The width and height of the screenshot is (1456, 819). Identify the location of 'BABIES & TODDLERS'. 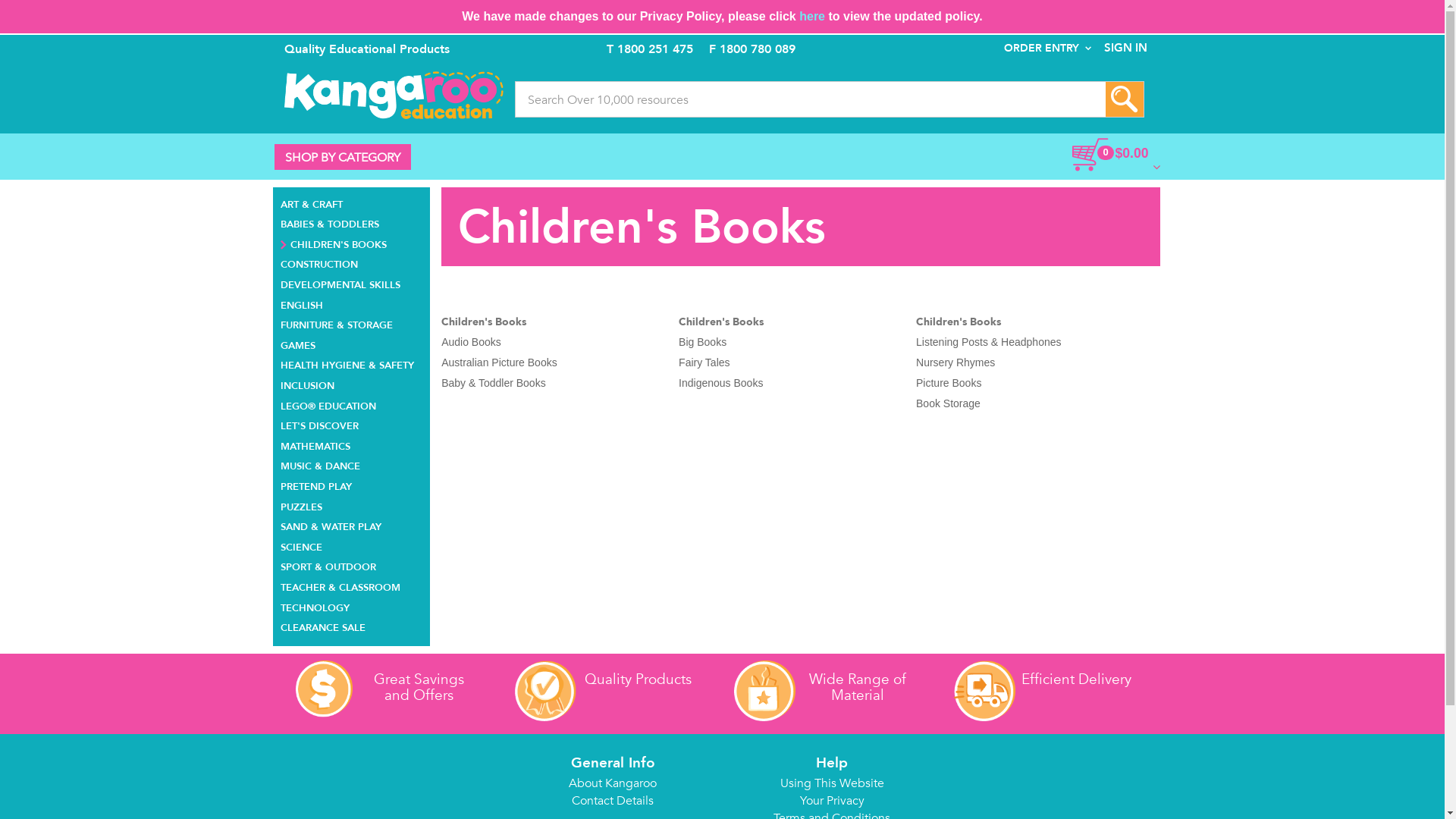
(329, 222).